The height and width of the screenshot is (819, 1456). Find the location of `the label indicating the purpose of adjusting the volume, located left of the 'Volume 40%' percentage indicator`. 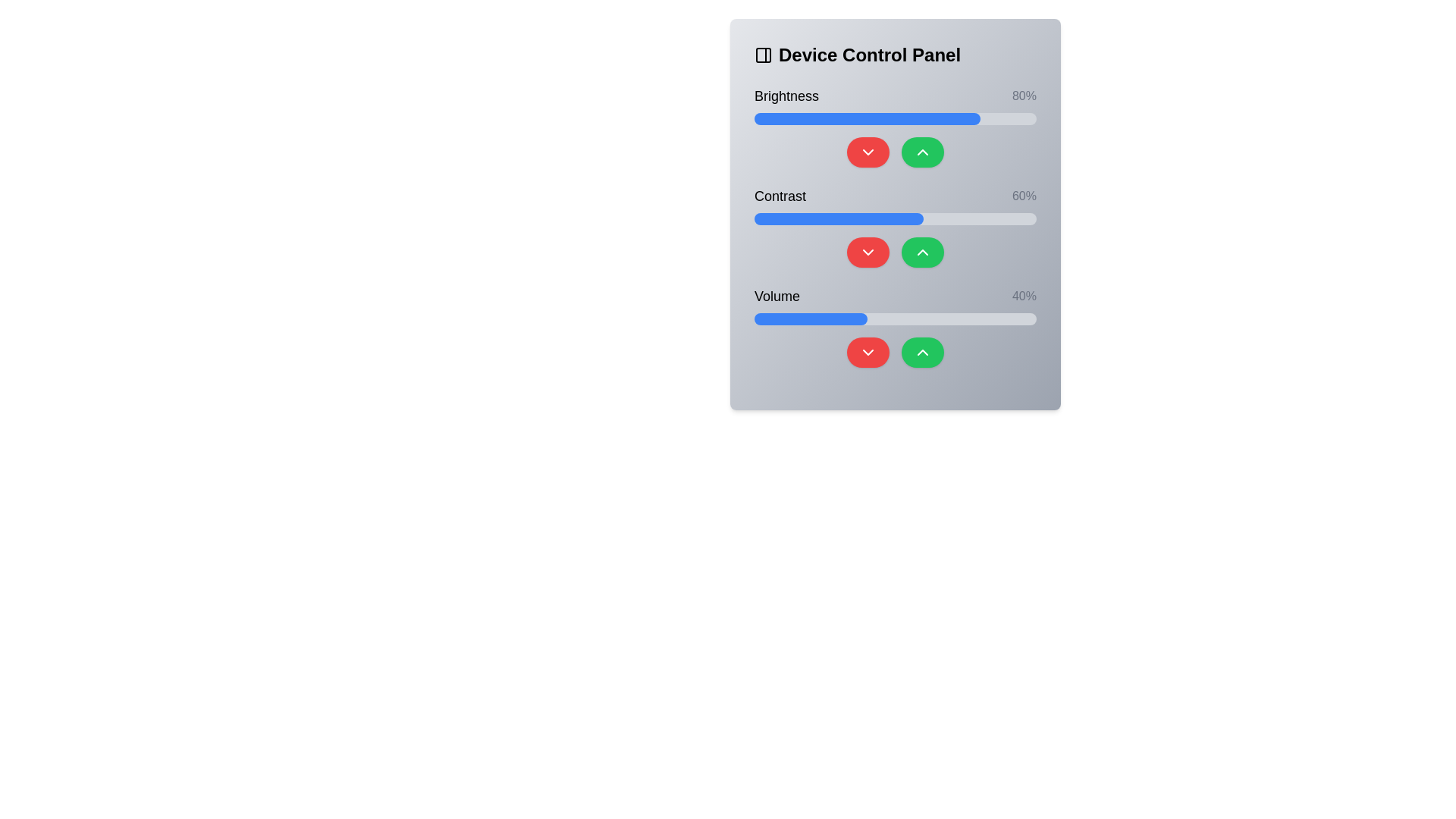

the label indicating the purpose of adjusting the volume, located left of the 'Volume 40%' percentage indicator is located at coordinates (777, 296).